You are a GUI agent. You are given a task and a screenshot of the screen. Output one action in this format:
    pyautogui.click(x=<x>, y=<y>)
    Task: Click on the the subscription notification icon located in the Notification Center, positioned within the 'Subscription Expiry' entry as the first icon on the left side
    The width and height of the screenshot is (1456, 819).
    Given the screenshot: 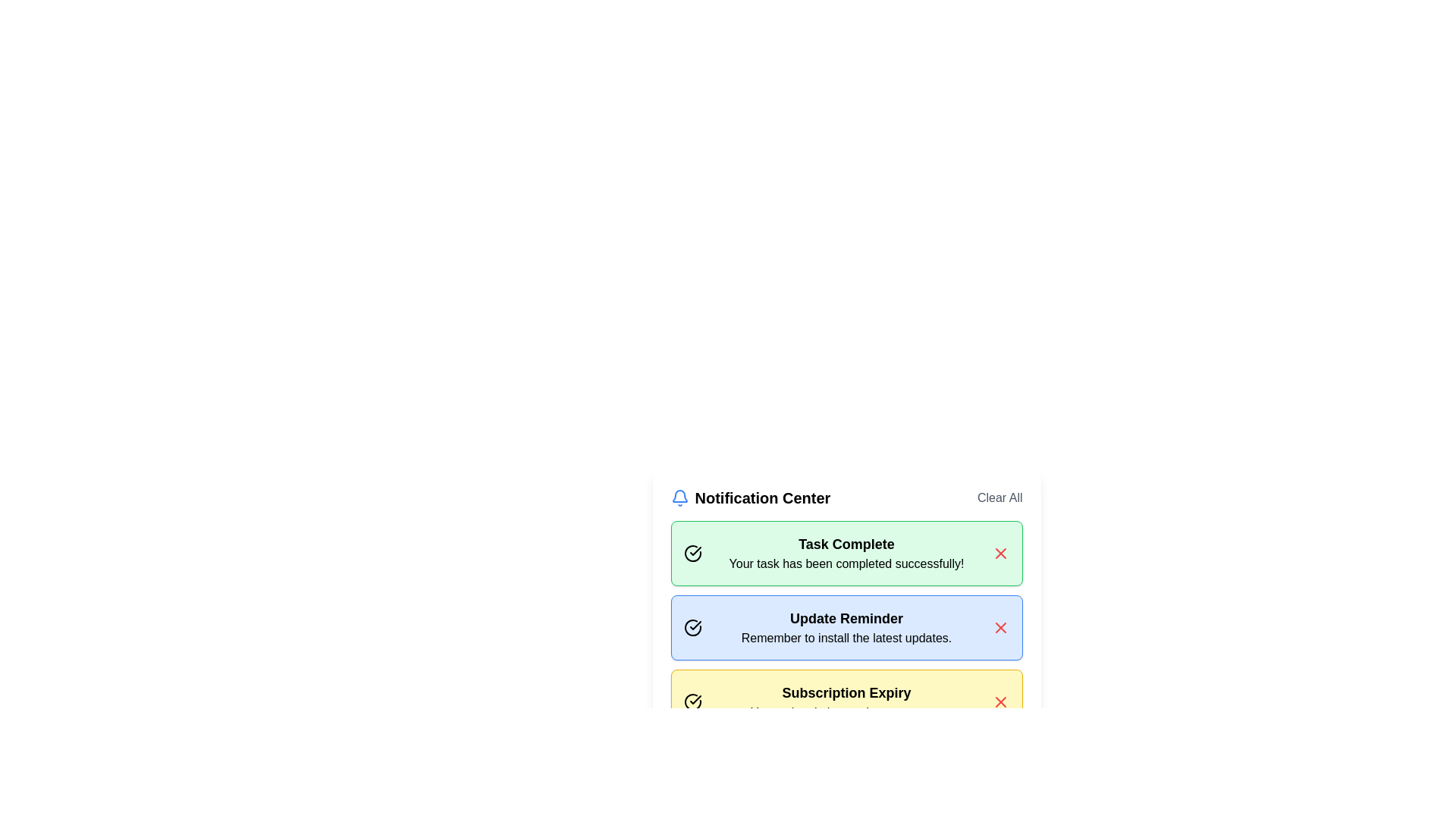 What is the action you would take?
    pyautogui.click(x=692, y=701)
    